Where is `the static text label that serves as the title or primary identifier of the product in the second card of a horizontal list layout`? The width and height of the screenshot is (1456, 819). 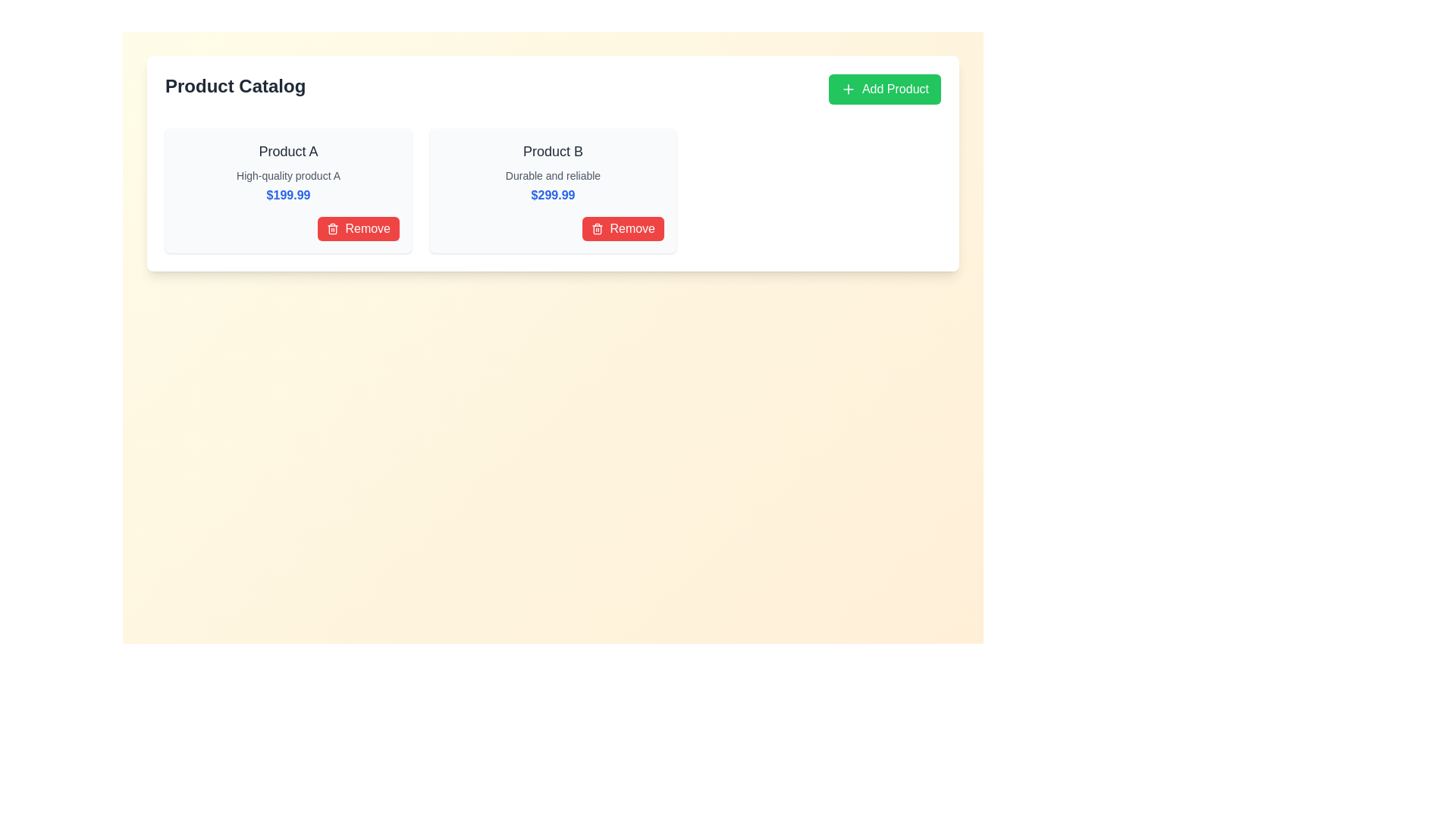 the static text label that serves as the title or primary identifier of the product in the second card of a horizontal list layout is located at coordinates (552, 152).